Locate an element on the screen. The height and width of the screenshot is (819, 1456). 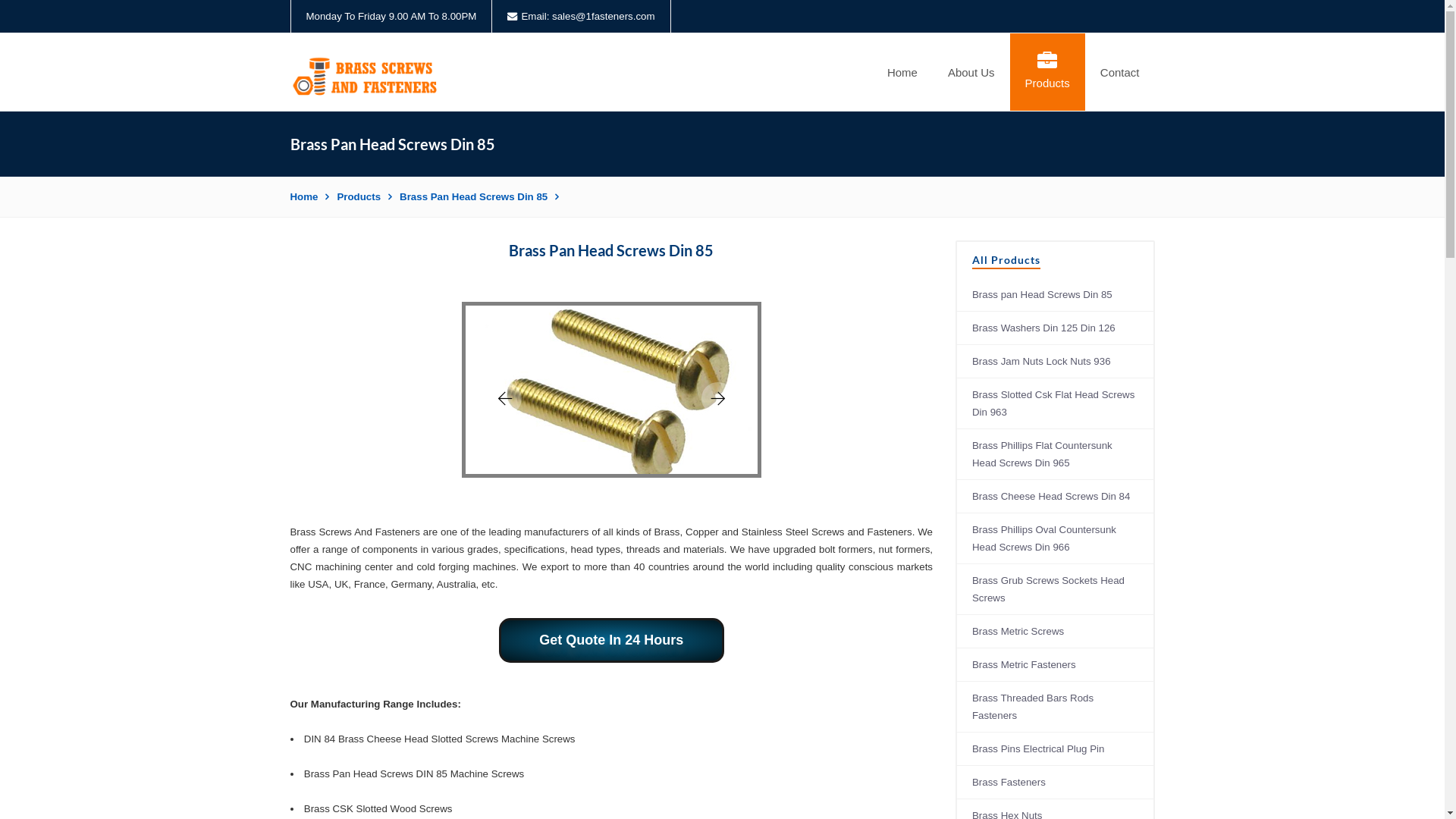
'Brass Washers Din 125 Din 126' is located at coordinates (1054, 327).